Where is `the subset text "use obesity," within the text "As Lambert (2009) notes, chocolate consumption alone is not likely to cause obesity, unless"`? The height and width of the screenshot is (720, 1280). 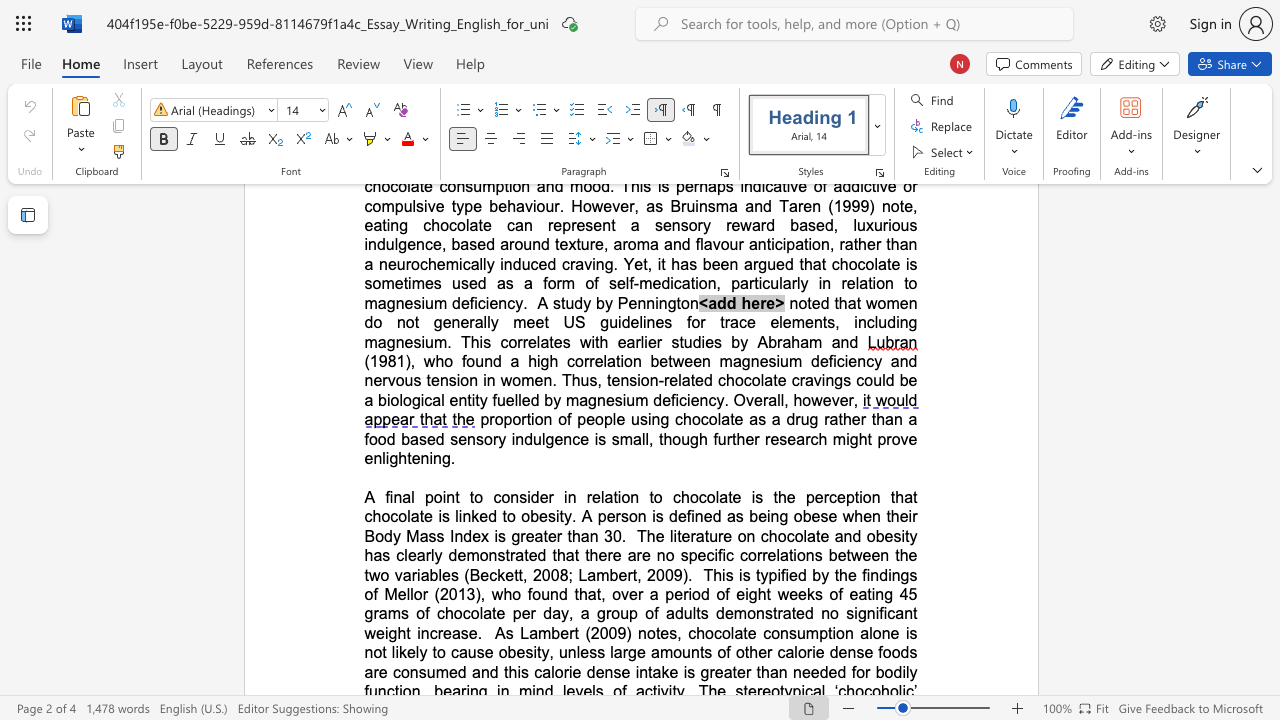 the subset text "use obesity," within the text "As Lambert (2009) notes, chocolate consumption alone is not likely to cause obesity, unless" is located at coordinates (466, 652).